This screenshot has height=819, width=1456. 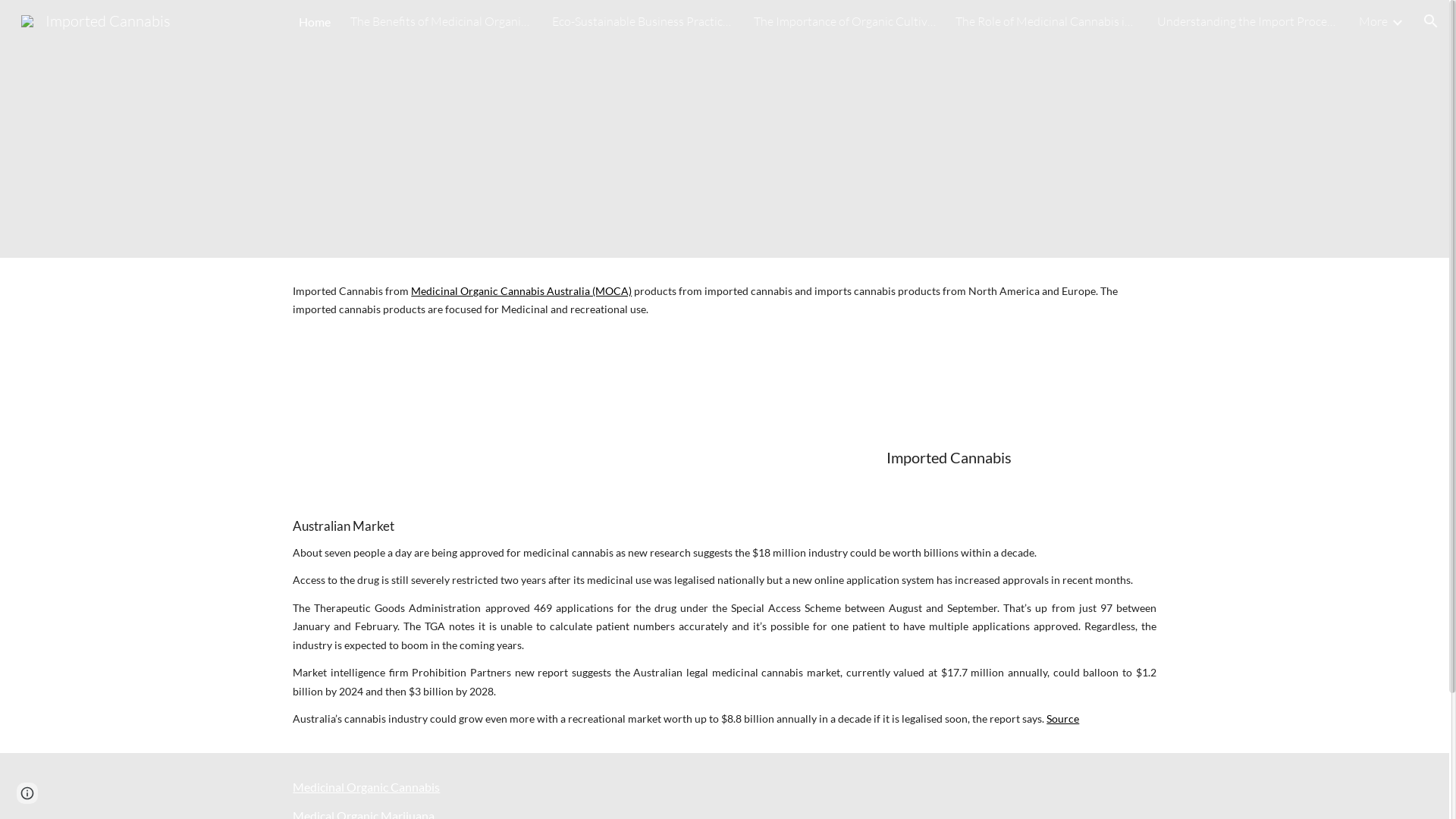 I want to click on 'Expand/Collapse', so click(x=1396, y=20).